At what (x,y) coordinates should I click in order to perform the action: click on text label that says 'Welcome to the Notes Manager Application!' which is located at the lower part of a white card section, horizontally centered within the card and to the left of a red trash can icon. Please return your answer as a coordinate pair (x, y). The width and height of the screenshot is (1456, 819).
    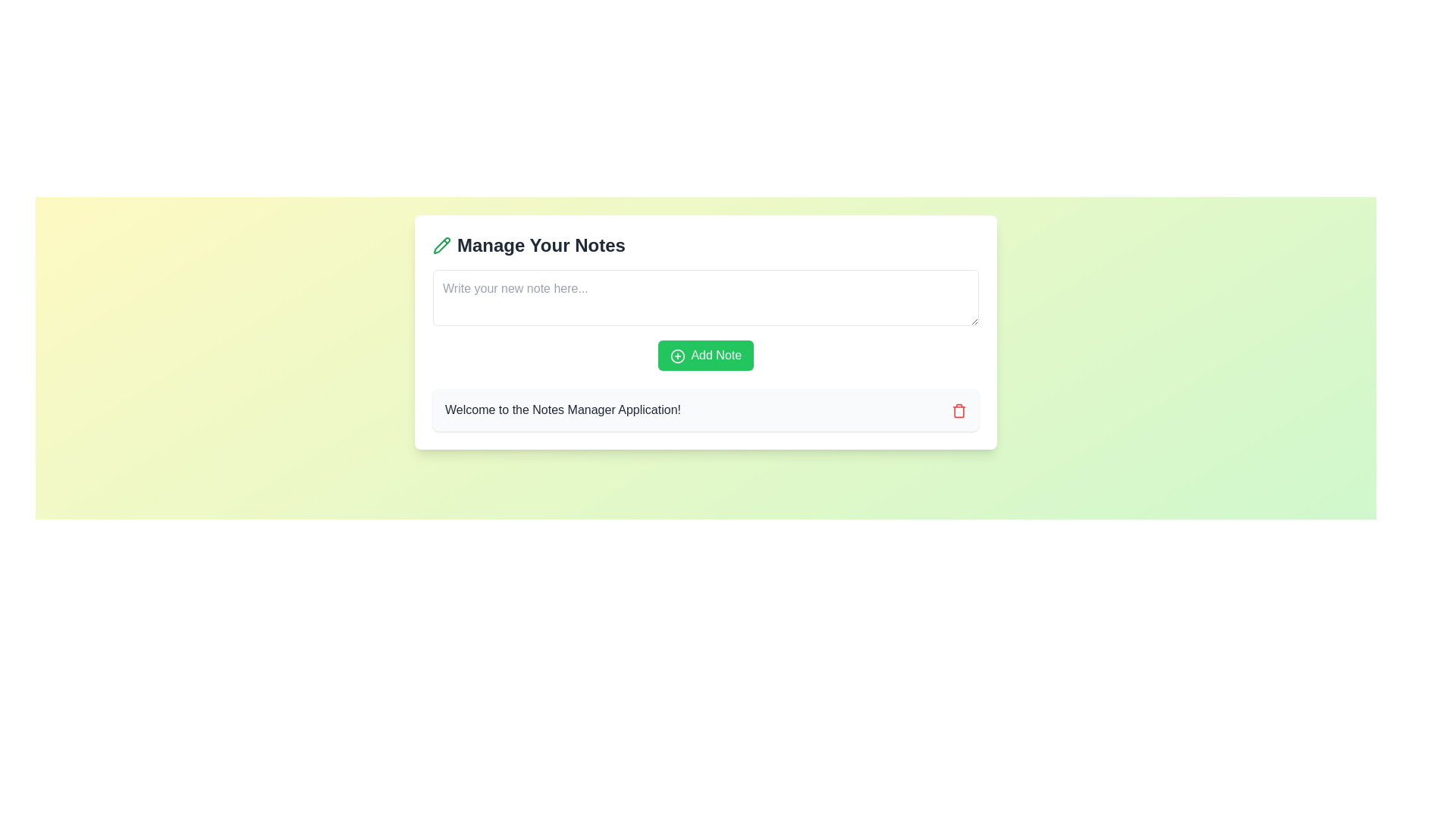
    Looking at the image, I should click on (562, 409).